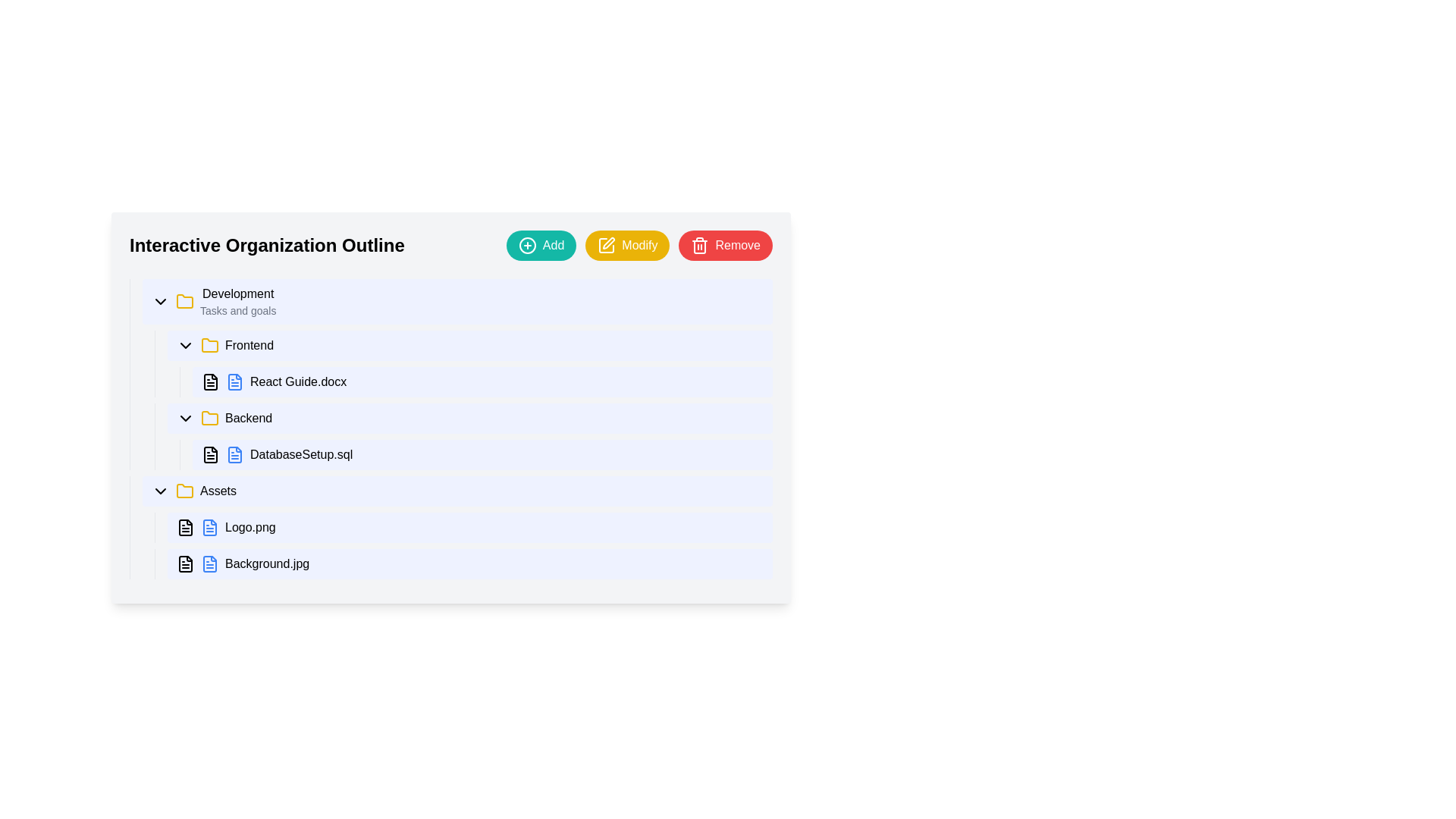  I want to click on the icon representing the file named 'DatabaseSetup.sql' located under the 'Backend' section, so click(234, 454).